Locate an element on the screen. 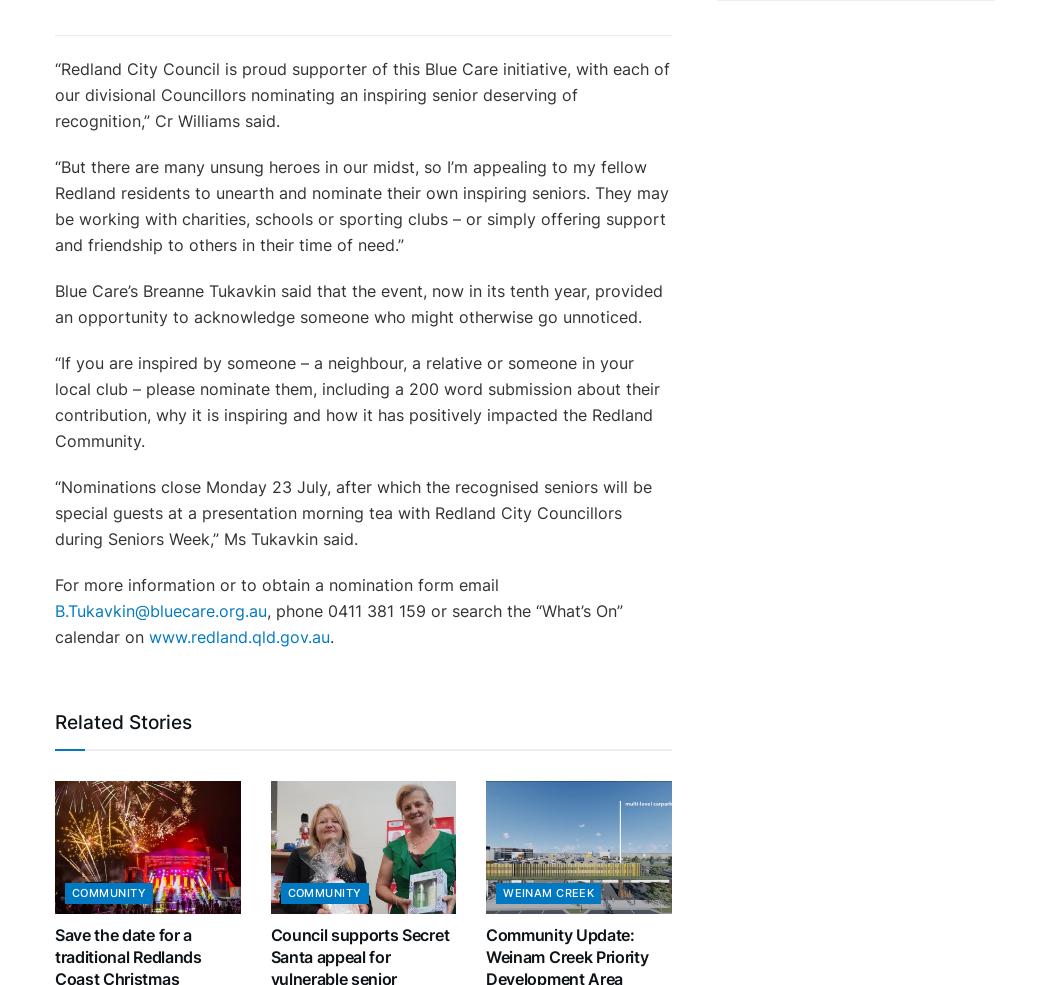 This screenshot has height=985, width=1050. '“Redland City Council is proud supporter of this Blue Care initiative, with each of our divisional Councillors nominating an inspiring senior deserving of recognition,” Cr Williams said.' is located at coordinates (361, 92).